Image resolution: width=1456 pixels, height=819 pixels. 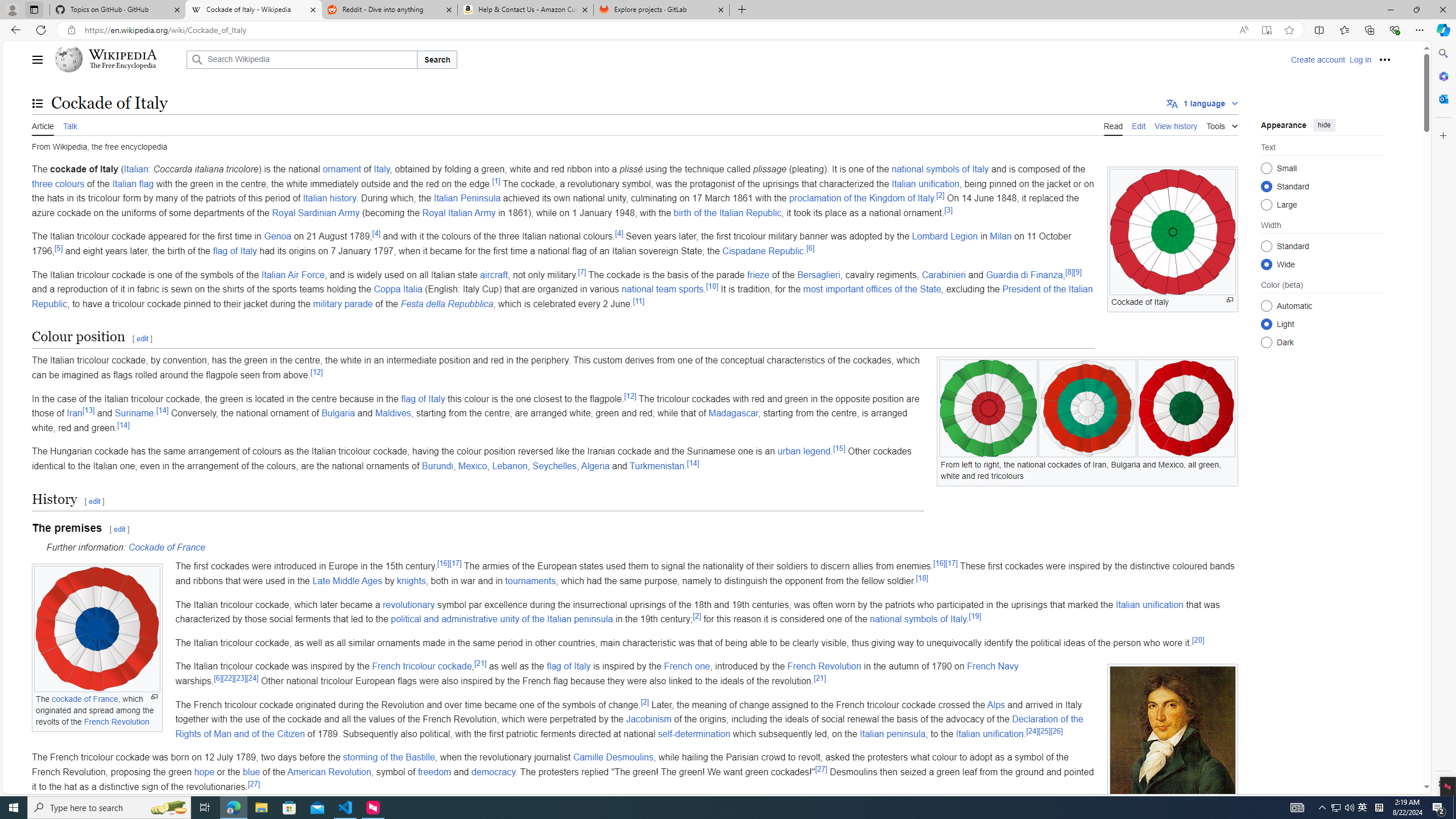 What do you see at coordinates (382, 169) in the screenshot?
I see `'Italy'` at bounding box center [382, 169].